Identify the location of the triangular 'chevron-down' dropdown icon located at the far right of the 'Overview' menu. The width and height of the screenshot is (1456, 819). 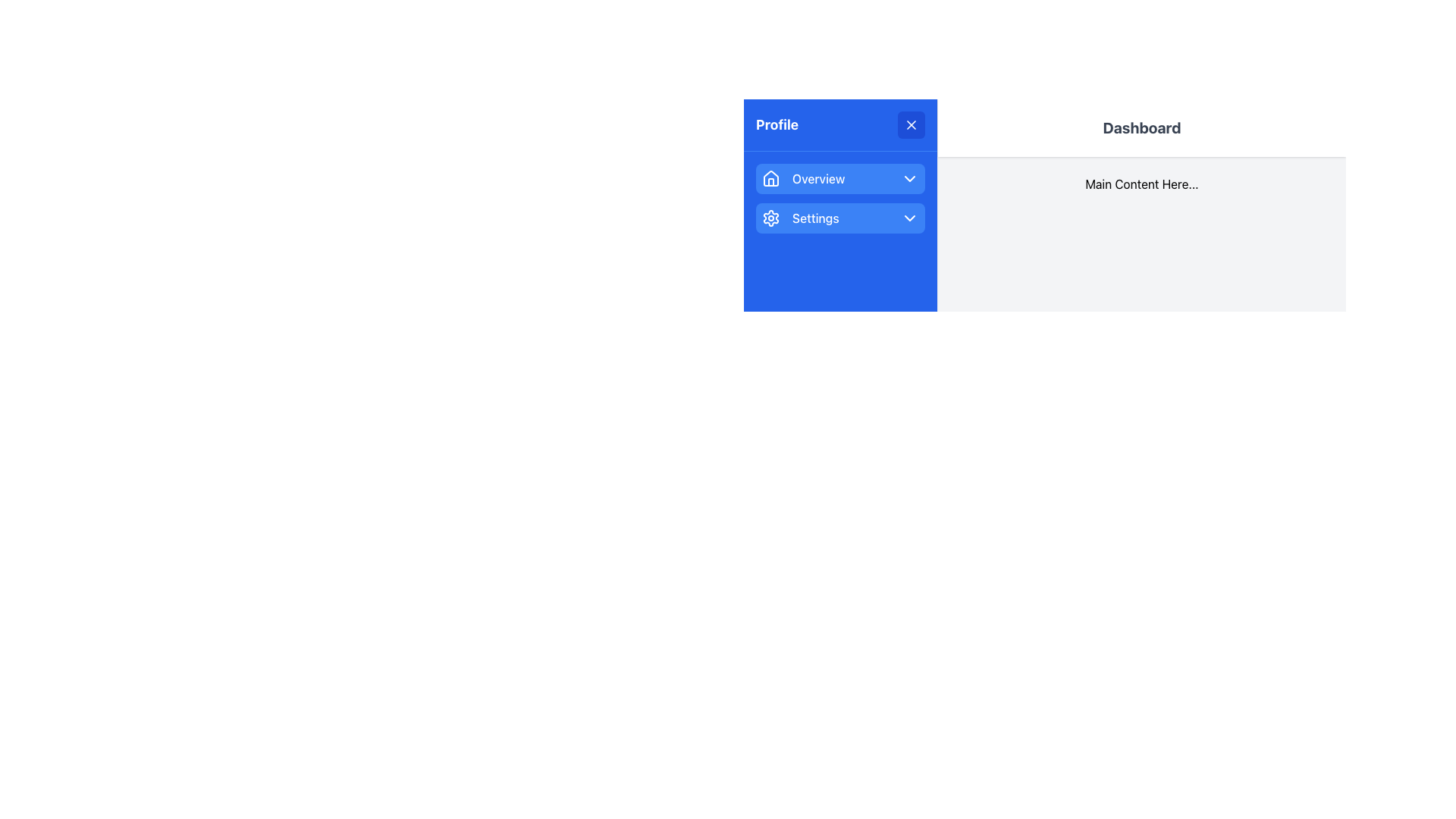
(910, 177).